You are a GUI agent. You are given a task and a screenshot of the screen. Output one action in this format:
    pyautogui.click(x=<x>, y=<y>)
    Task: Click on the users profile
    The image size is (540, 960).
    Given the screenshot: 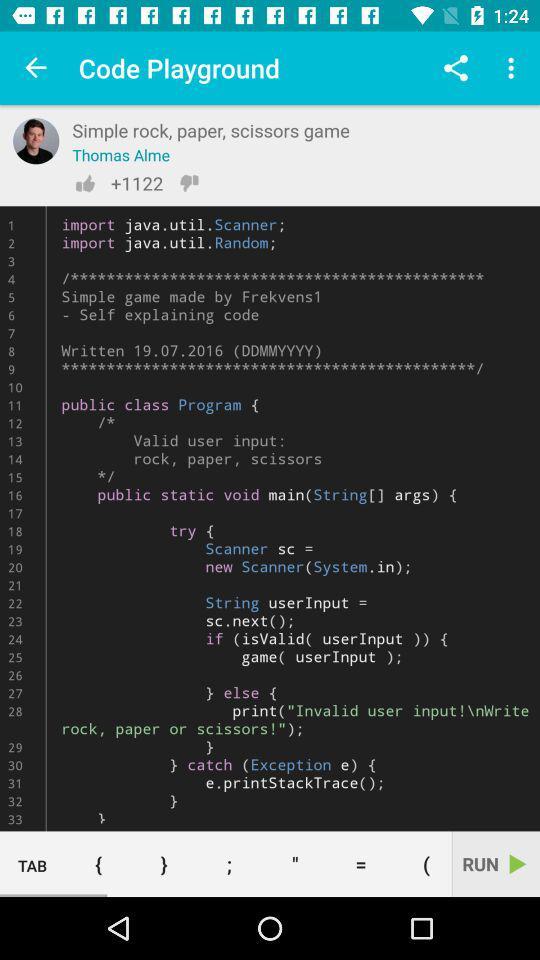 What is the action you would take?
    pyautogui.click(x=36, y=140)
    